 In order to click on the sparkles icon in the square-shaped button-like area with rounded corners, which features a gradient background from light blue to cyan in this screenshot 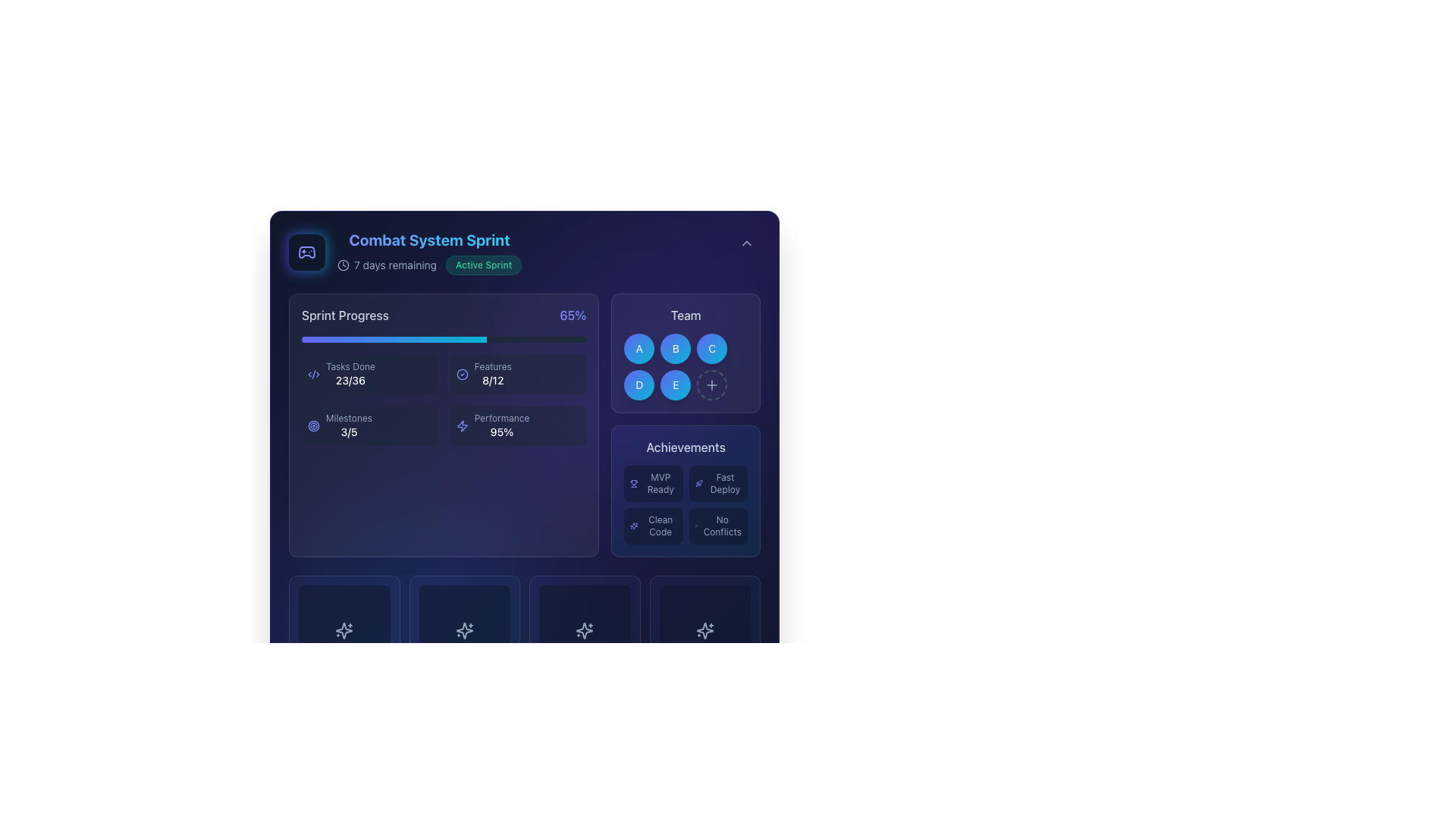, I will do `click(344, 631)`.